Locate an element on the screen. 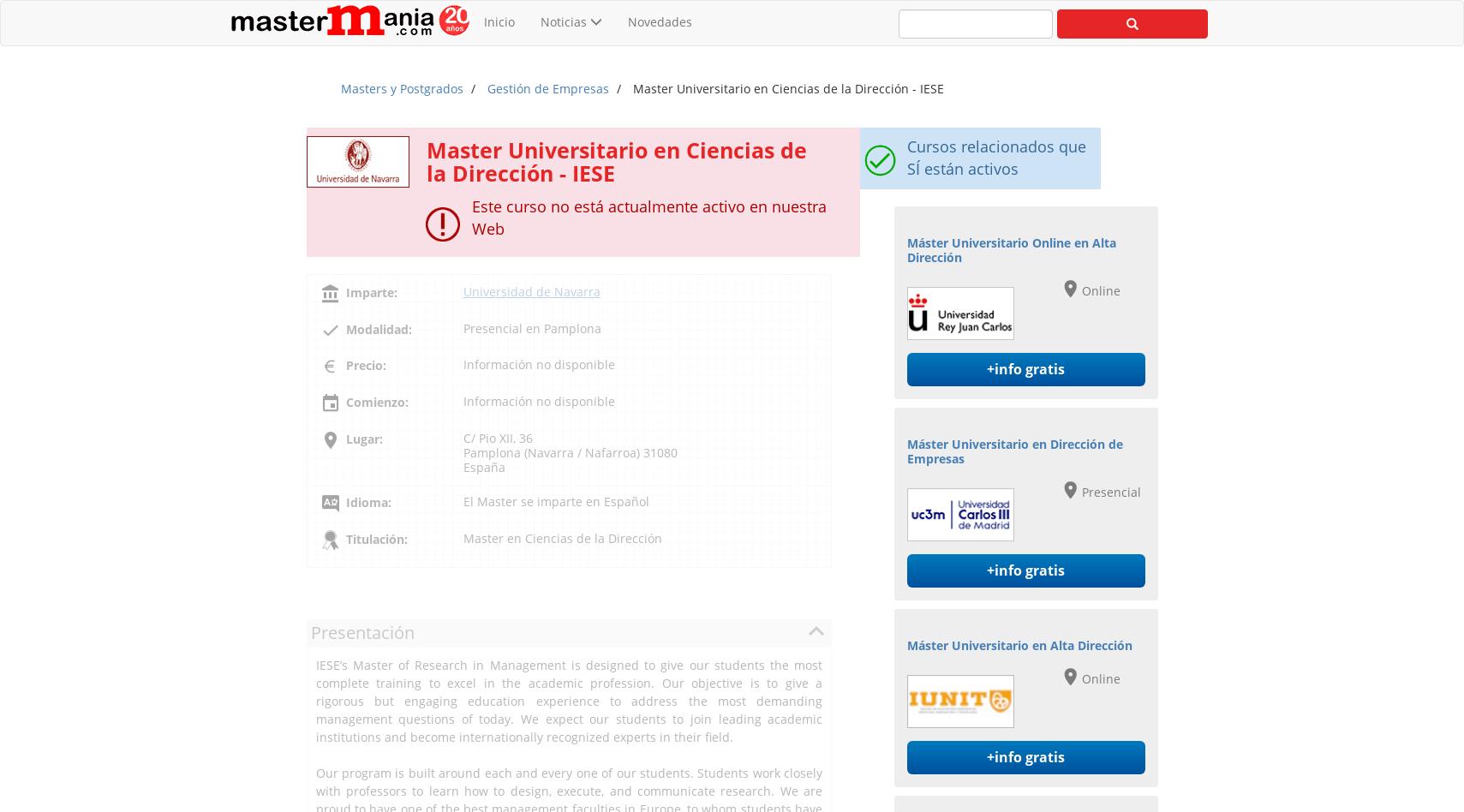  'Presencial en Pamplona' is located at coordinates (530, 326).